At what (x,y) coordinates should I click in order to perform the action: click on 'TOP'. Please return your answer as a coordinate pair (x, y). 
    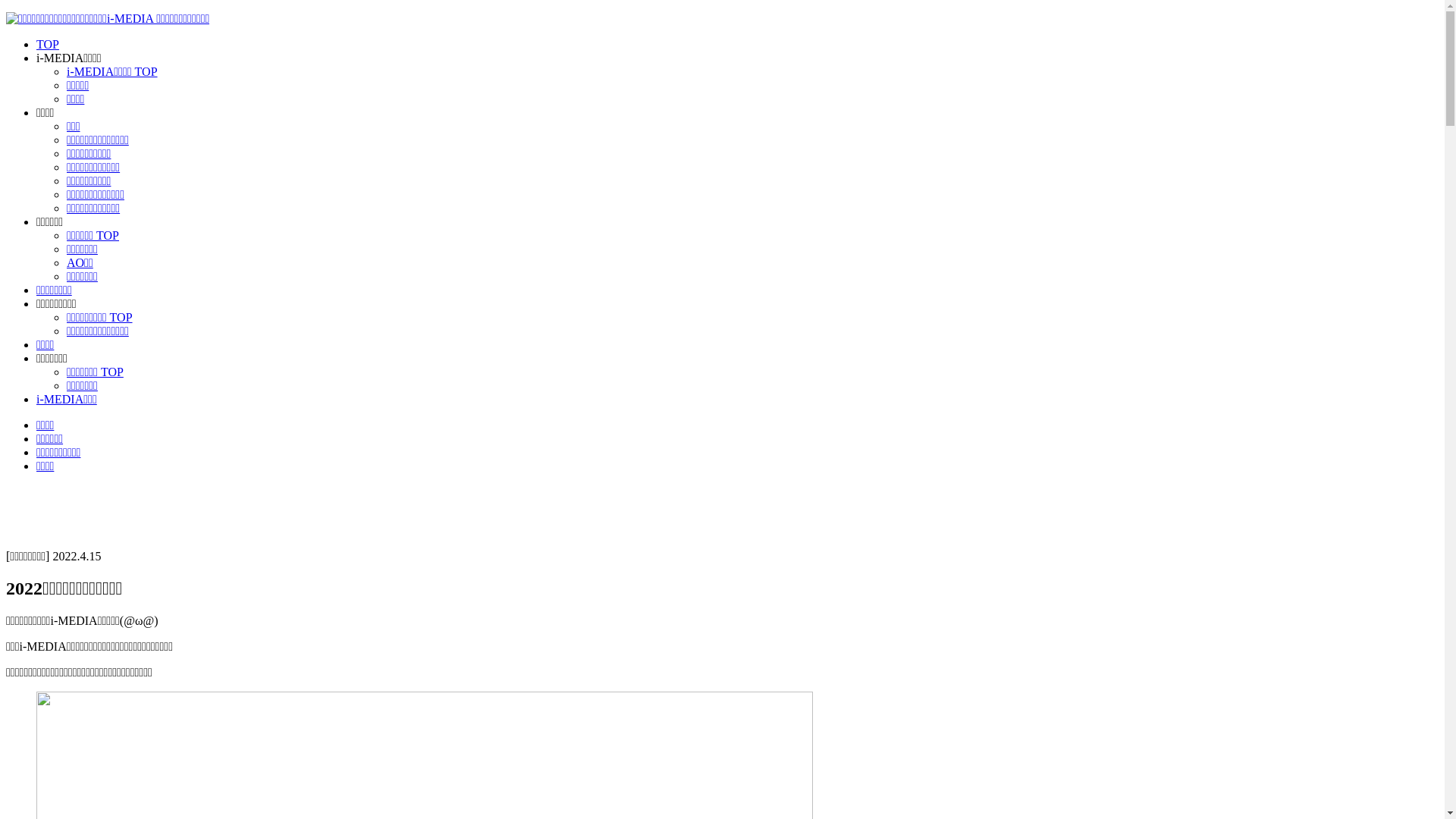
    Looking at the image, I should click on (47, 43).